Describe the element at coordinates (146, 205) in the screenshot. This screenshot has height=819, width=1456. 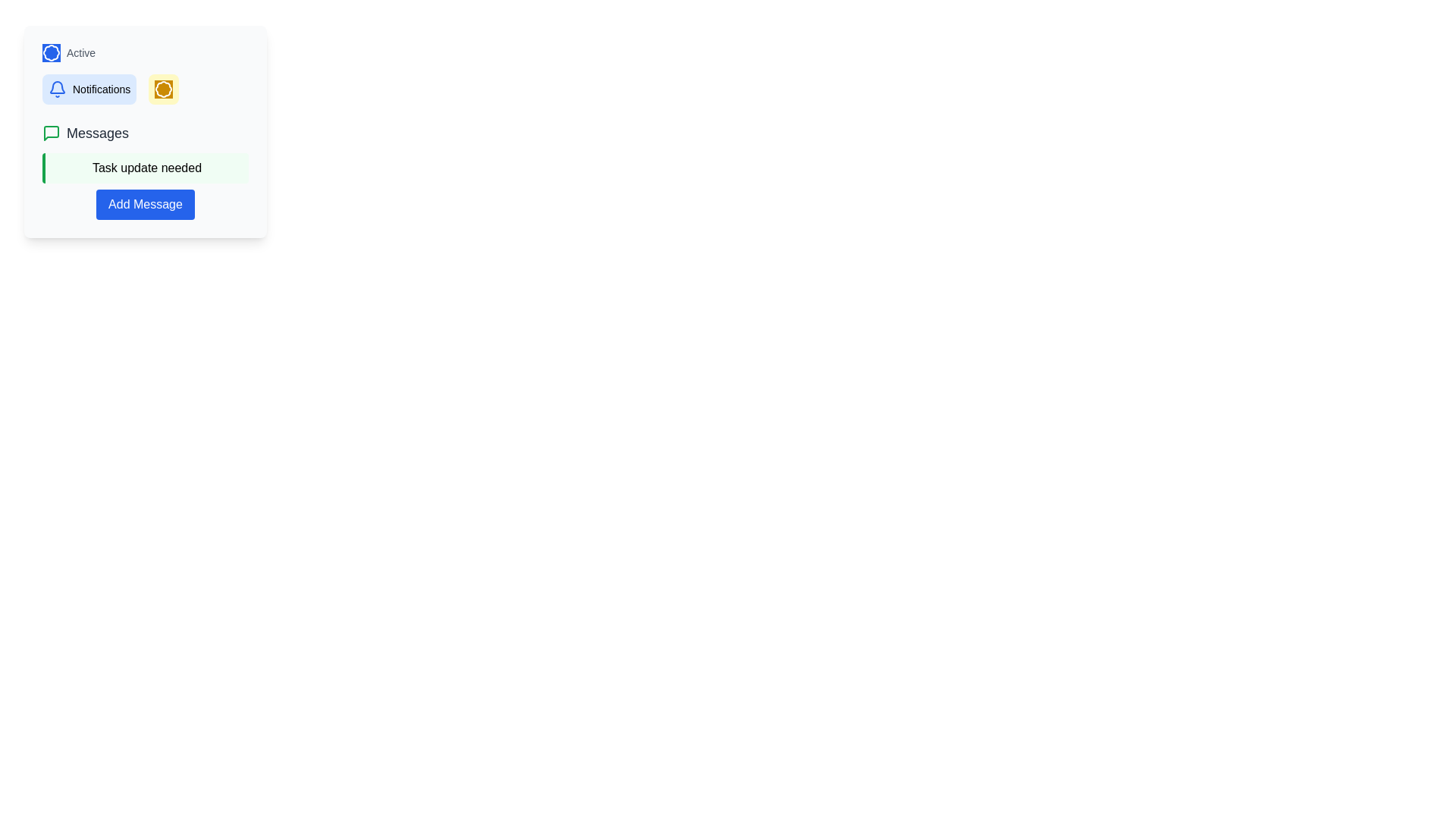
I see `the 'Add Message' button located below the text 'Task update needed' in the 'Messages' section to initiate the message composition interface` at that location.